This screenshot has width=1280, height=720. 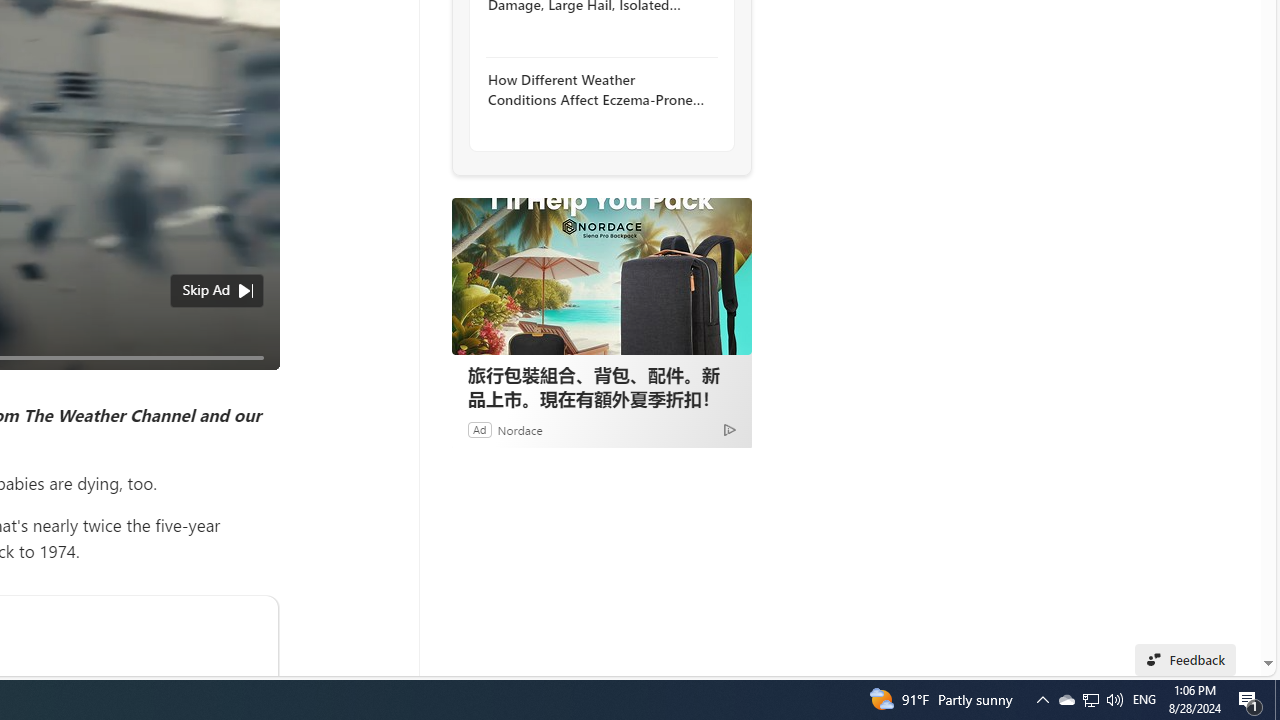 I want to click on 'Skip Ad', so click(x=206, y=290).